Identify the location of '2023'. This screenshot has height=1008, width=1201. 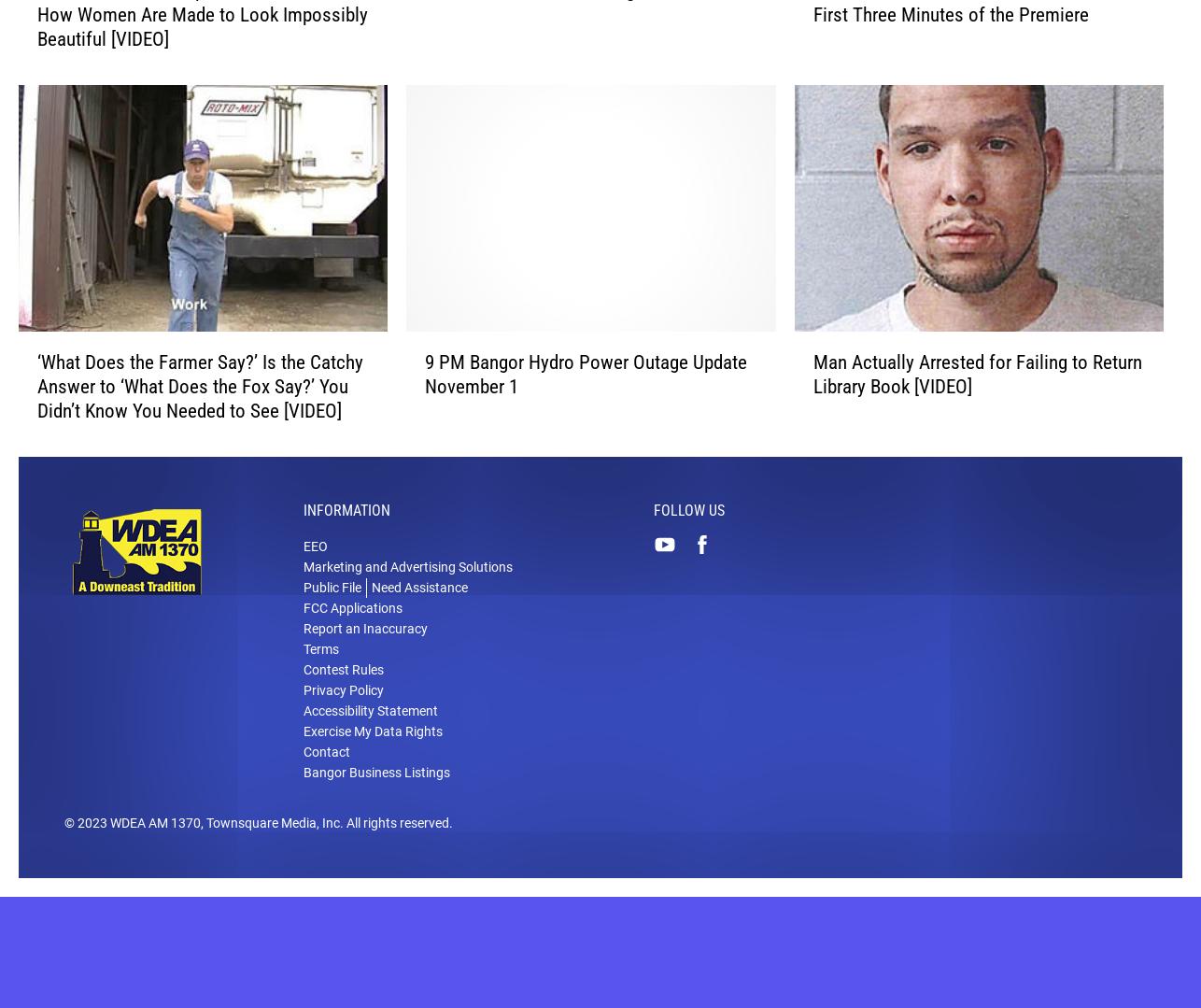
(92, 850).